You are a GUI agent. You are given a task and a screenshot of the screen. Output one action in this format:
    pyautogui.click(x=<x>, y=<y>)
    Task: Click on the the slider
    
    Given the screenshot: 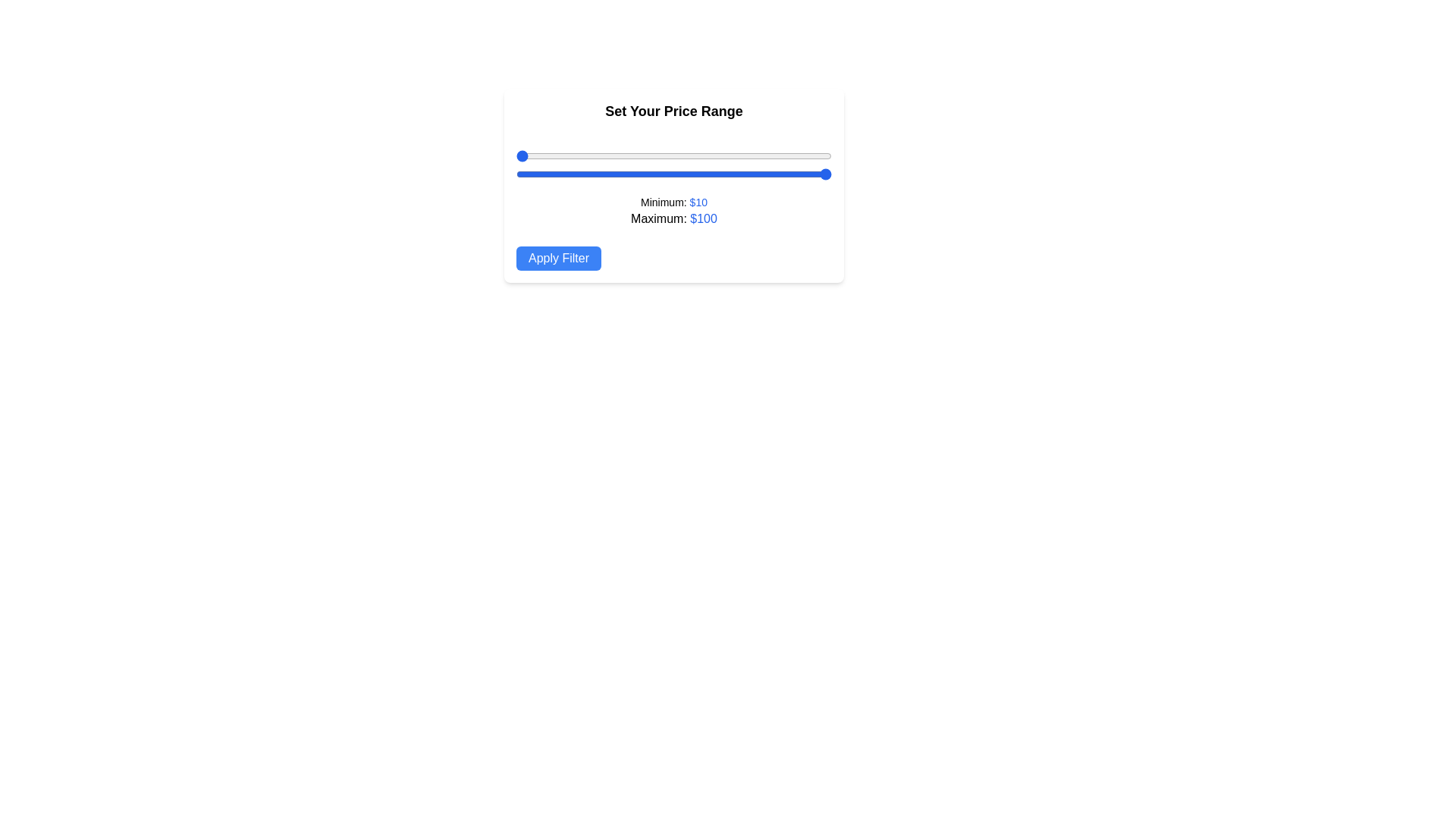 What is the action you would take?
    pyautogui.click(x=519, y=174)
    